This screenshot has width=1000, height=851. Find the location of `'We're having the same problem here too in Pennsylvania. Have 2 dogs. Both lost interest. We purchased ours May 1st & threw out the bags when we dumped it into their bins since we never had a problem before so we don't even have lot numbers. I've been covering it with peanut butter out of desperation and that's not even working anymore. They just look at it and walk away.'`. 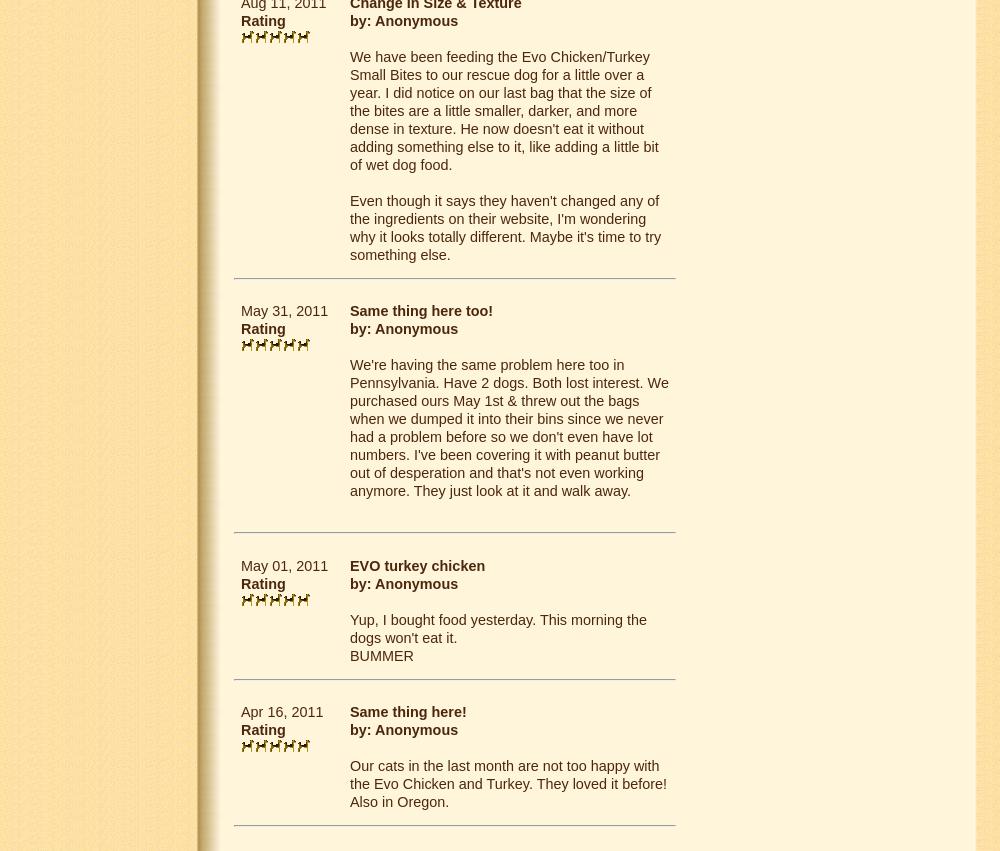

'We're having the same problem here too in Pennsylvania. Have 2 dogs. Both lost interest. We purchased ours May 1st & threw out the bags when we dumped it into their bins since we never had a problem before so we don't even have lot numbers. I've been covering it with peanut butter out of desperation and that's not even working anymore. They just look at it and walk away.' is located at coordinates (509, 427).